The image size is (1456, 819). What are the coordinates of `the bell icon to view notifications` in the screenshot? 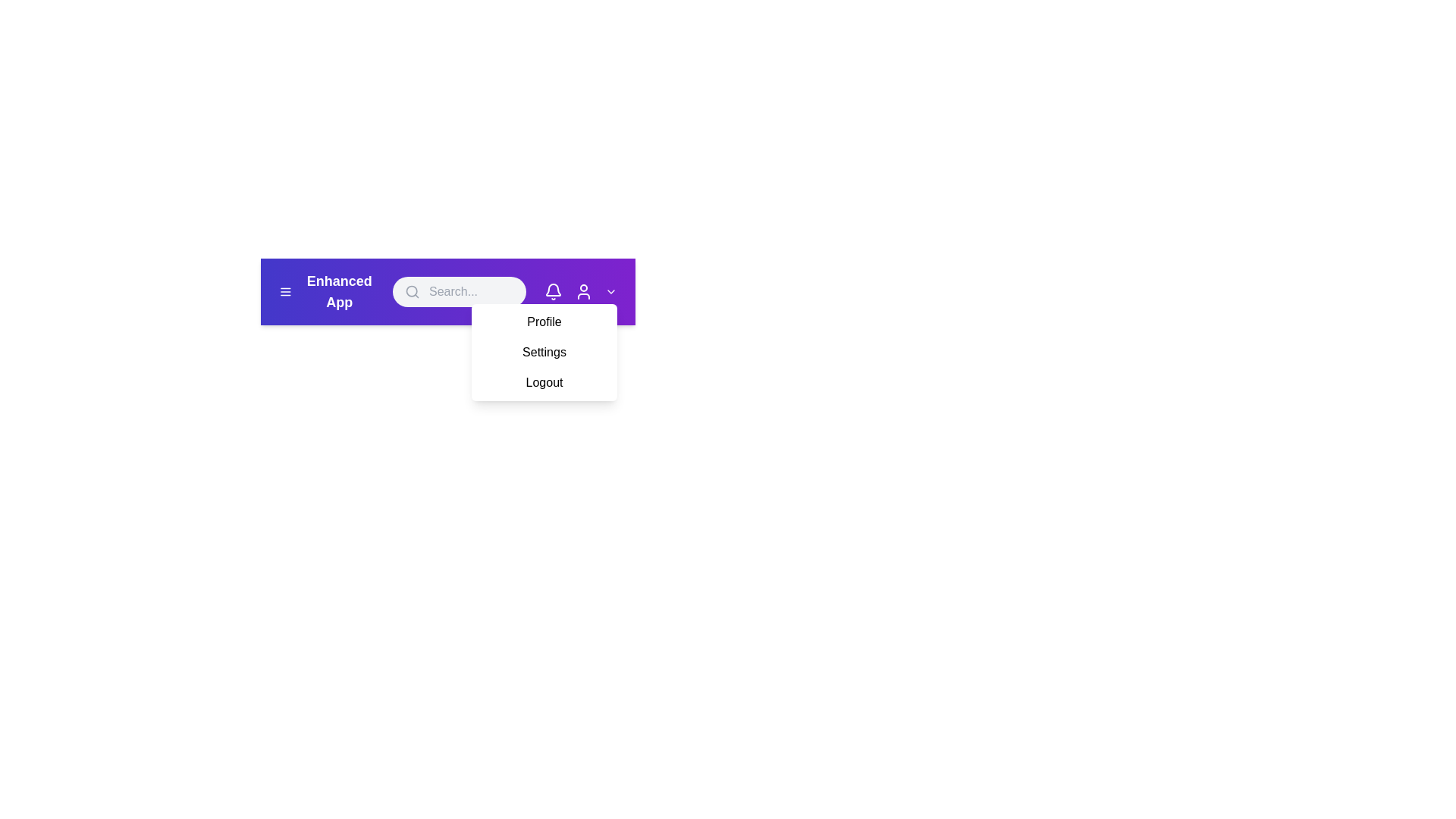 It's located at (552, 292).